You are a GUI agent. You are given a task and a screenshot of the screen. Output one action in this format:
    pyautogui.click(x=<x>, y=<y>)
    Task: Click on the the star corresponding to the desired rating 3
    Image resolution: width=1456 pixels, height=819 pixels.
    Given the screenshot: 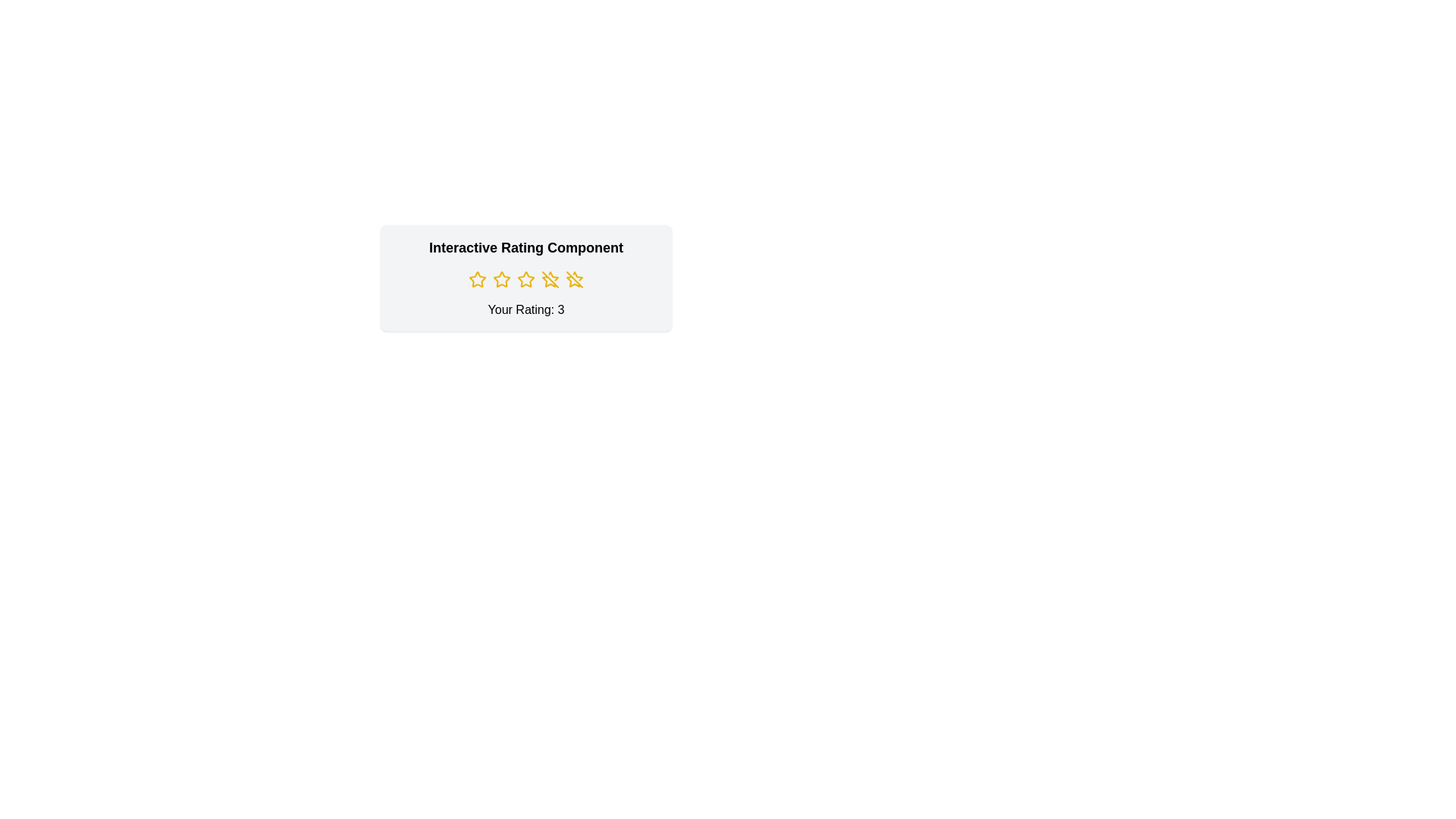 What is the action you would take?
    pyautogui.click(x=526, y=280)
    